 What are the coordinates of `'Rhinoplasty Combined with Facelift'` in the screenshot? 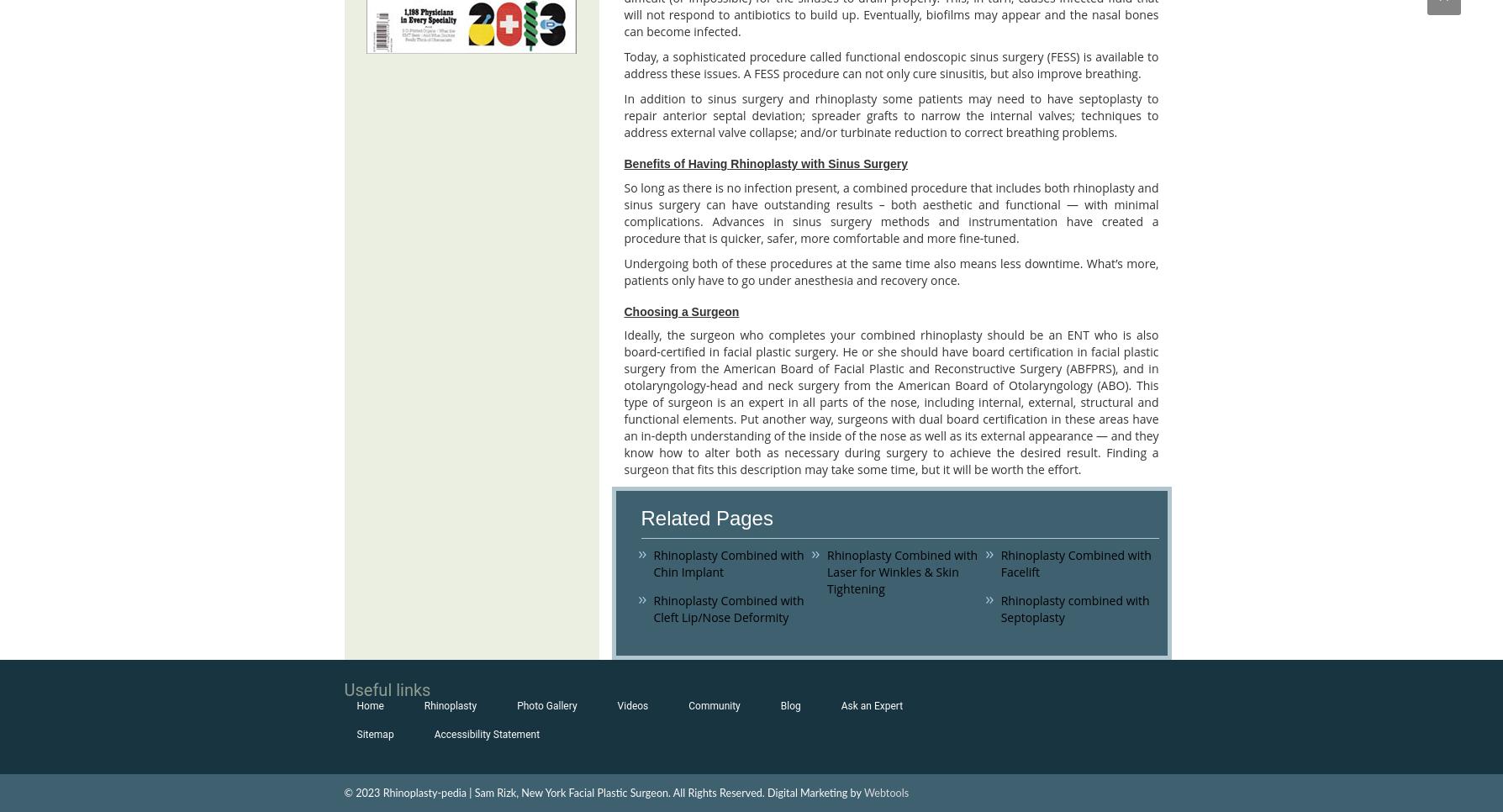 It's located at (1074, 562).